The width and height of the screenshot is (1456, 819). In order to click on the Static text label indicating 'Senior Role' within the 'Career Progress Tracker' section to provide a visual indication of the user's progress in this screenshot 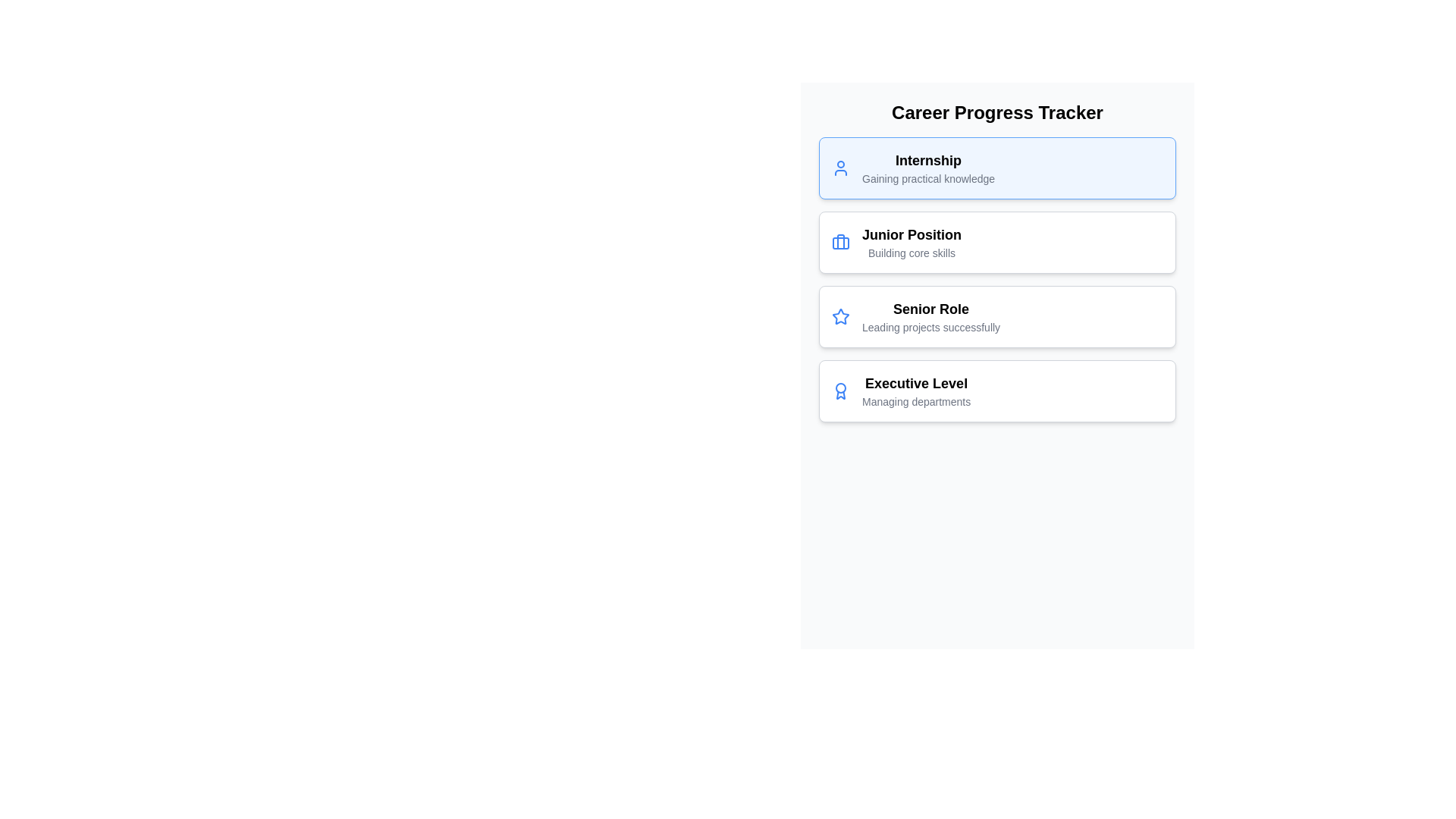, I will do `click(930, 309)`.